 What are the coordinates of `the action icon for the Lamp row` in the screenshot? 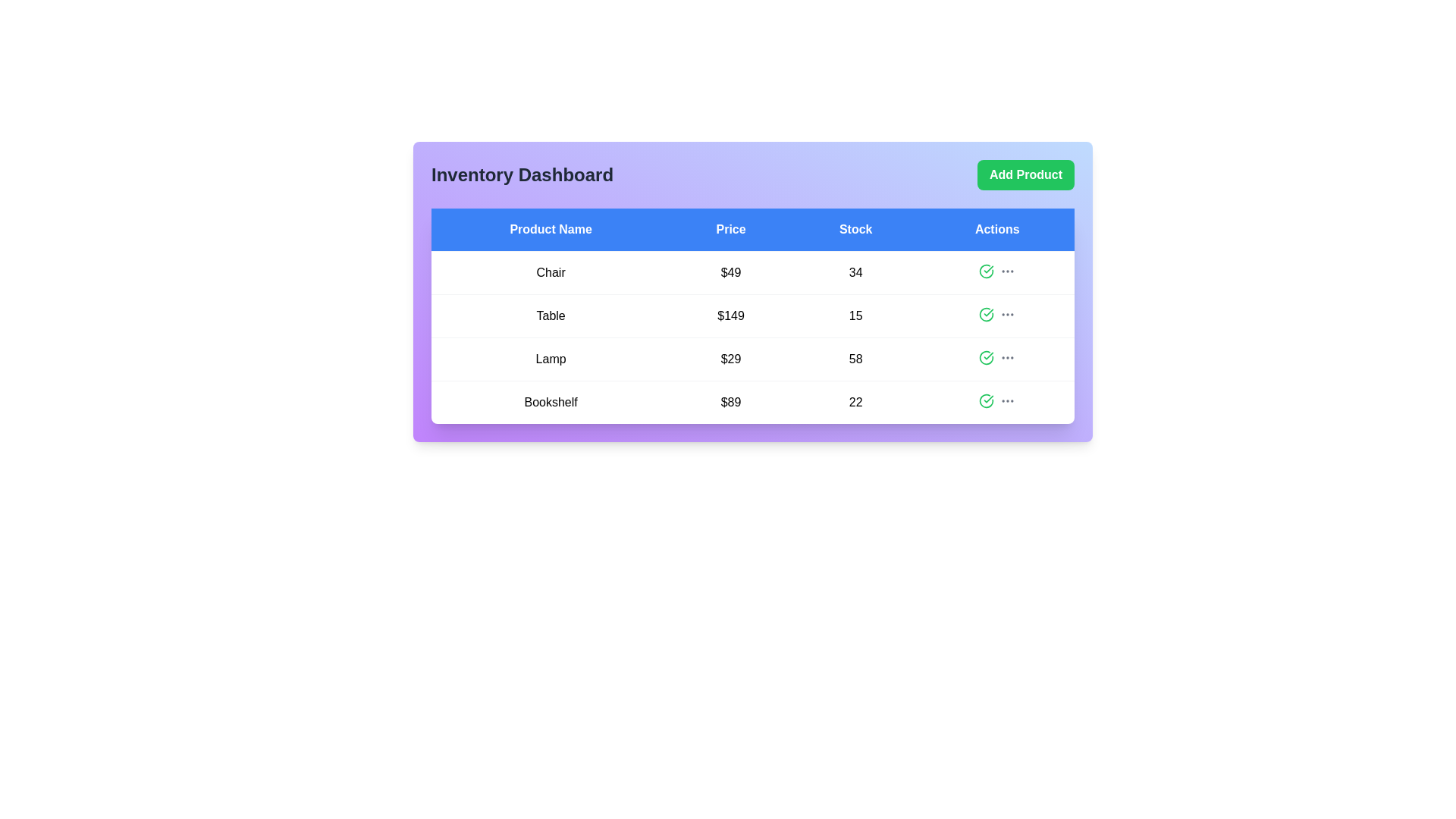 It's located at (986, 357).